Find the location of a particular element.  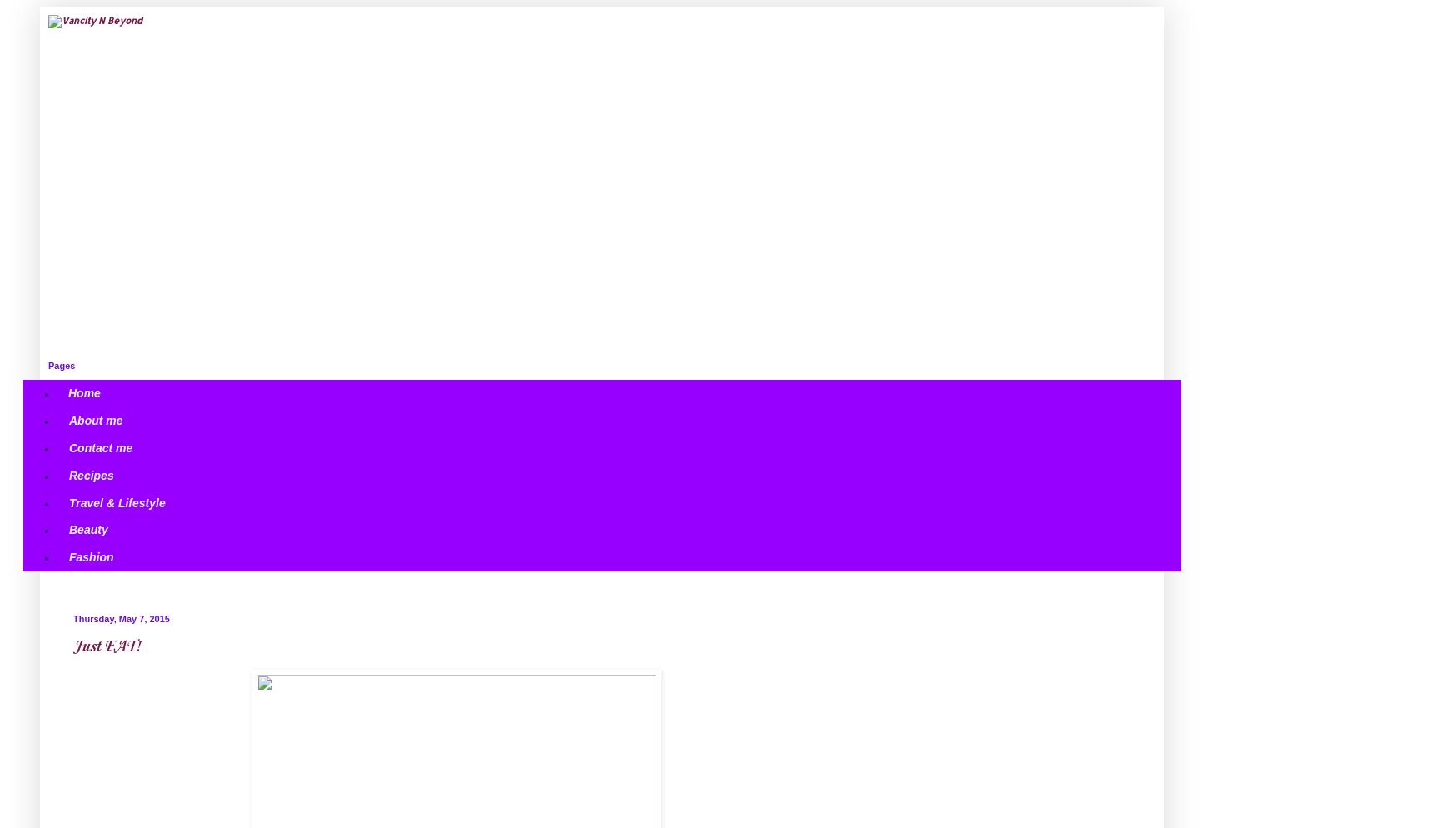

'Beauty' is located at coordinates (87, 528).